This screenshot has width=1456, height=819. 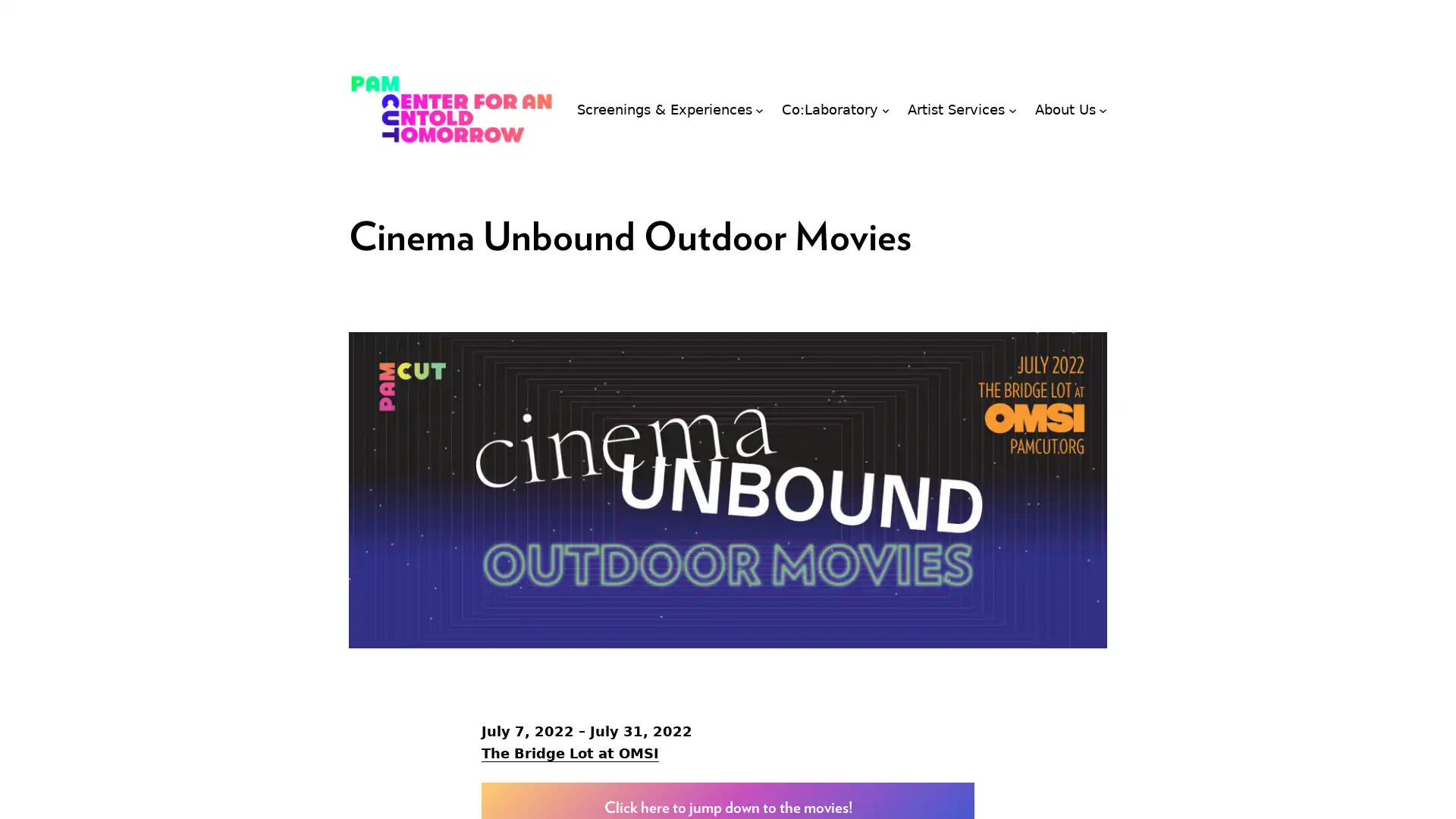 I want to click on Artist Services submenu, so click(x=1012, y=108).